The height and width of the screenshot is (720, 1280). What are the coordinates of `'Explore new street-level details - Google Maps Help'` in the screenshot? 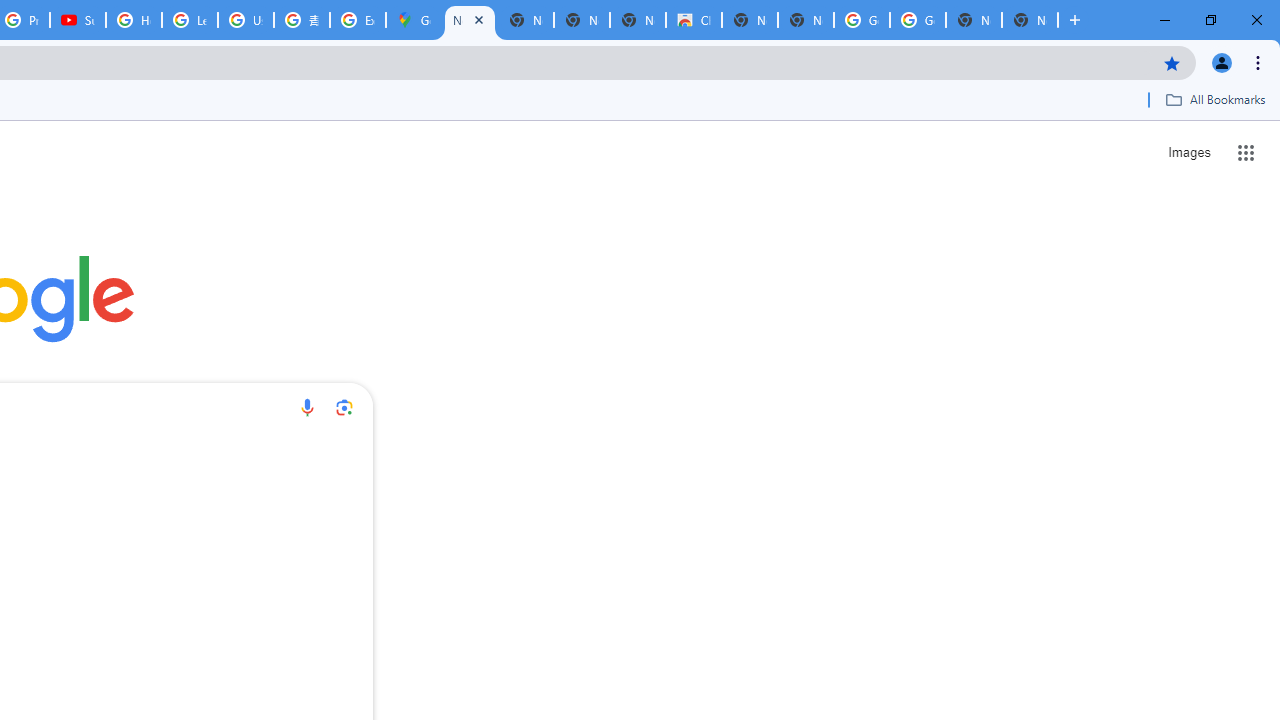 It's located at (358, 20).